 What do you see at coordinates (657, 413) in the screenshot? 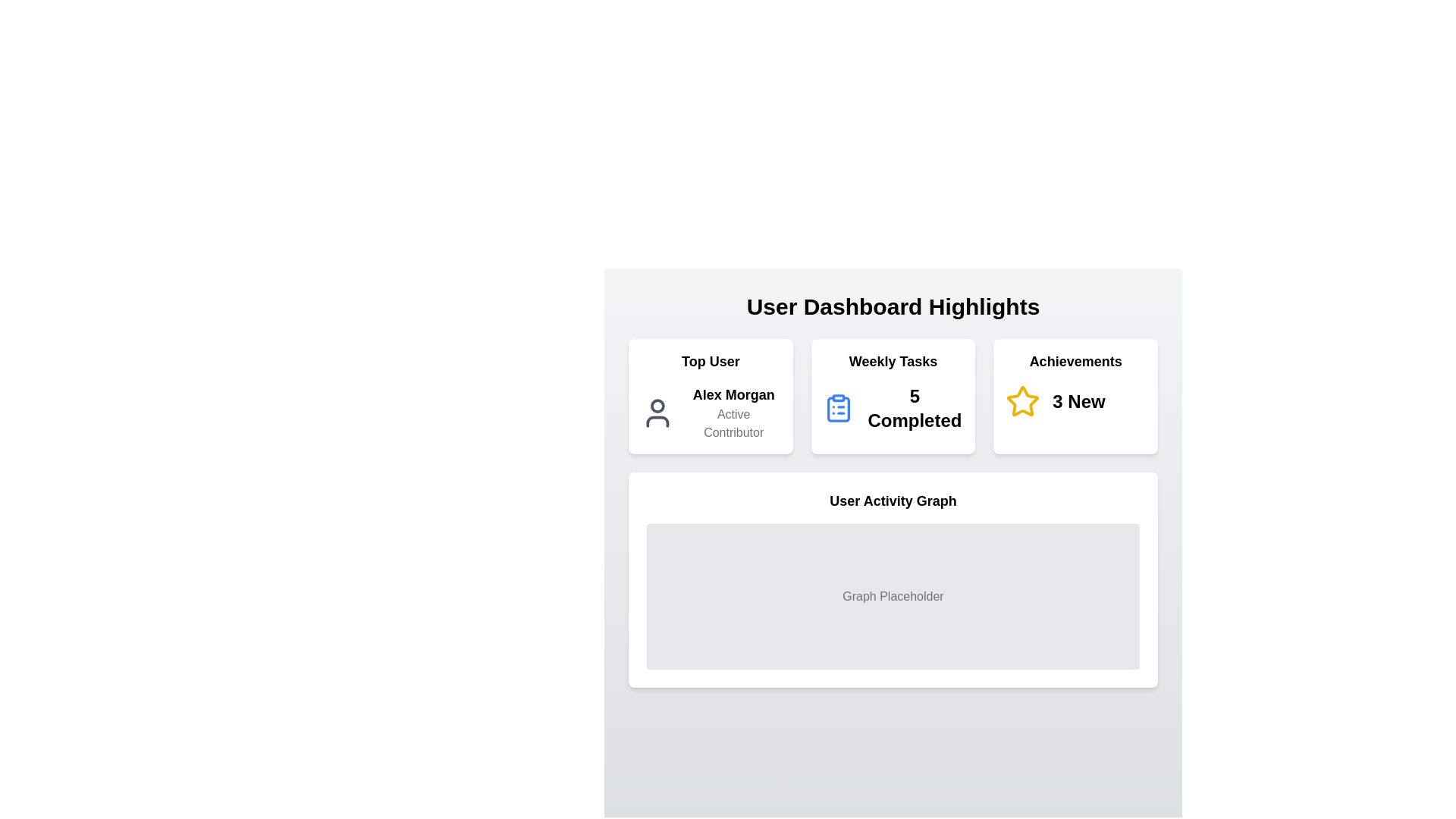
I see `the user profile icon, which is a minimalistic gray SVG representation of a head and shoulders, located to the left of the 'Top User' box containing the text 'Alex Morgan' and 'Active Contributor'` at bounding box center [657, 413].